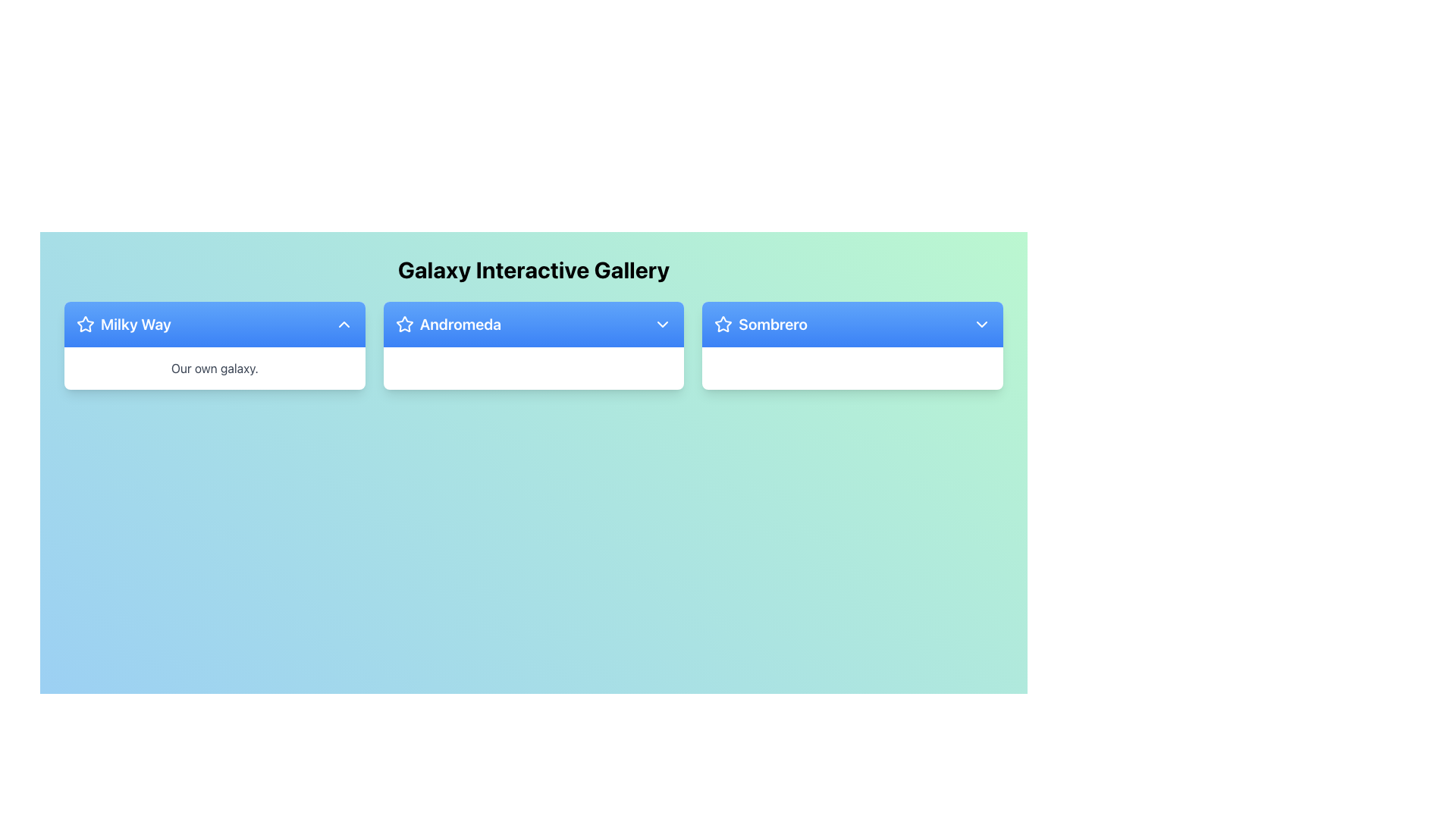 This screenshot has width=1456, height=819. What do you see at coordinates (404, 324) in the screenshot?
I see `the star icon located in the header of the 'Andromeda' card, positioned at the left side of the header, adjacent to the title text` at bounding box center [404, 324].